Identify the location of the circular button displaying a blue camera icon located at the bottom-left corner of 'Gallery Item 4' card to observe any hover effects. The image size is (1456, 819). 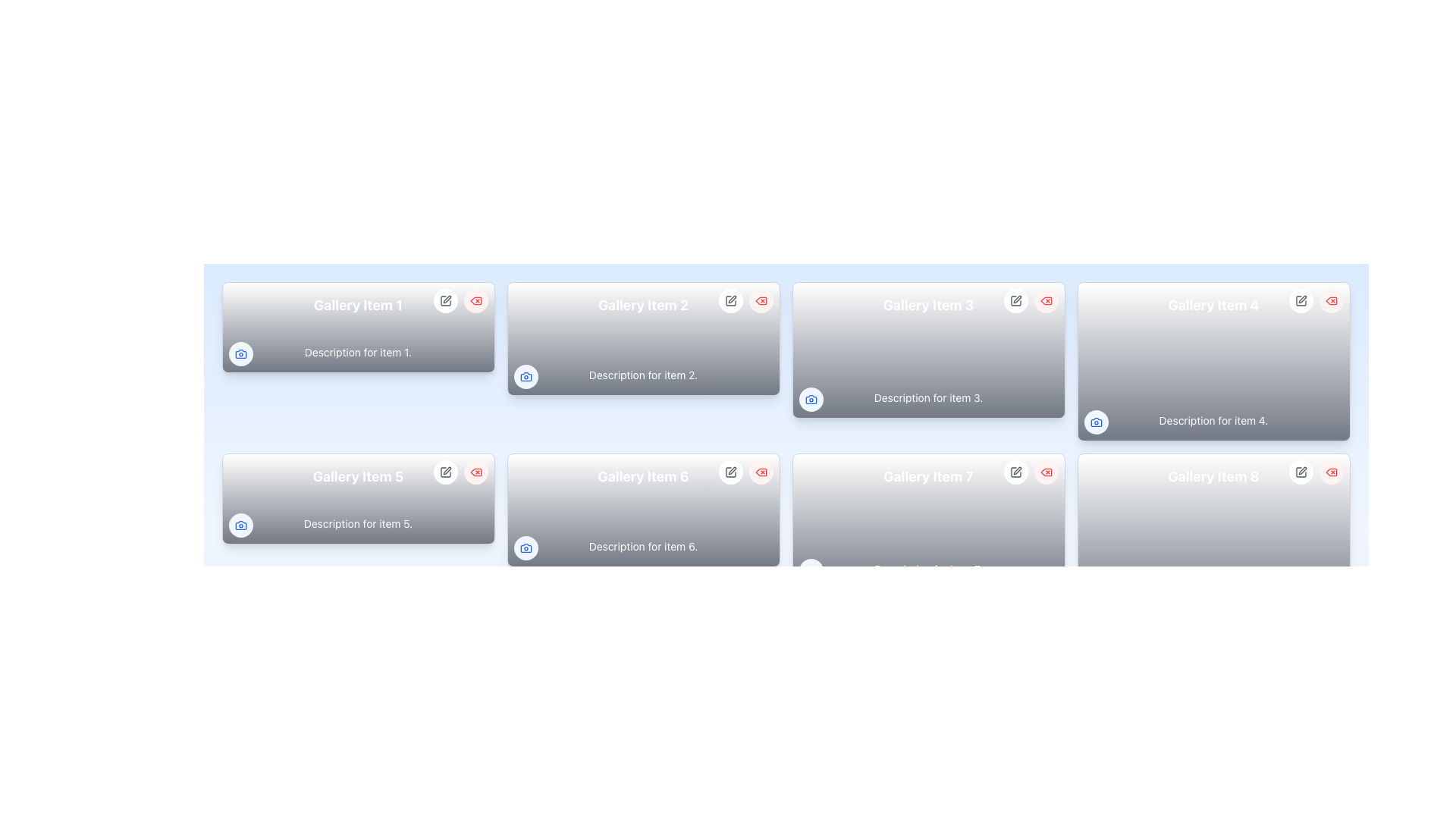
(1096, 422).